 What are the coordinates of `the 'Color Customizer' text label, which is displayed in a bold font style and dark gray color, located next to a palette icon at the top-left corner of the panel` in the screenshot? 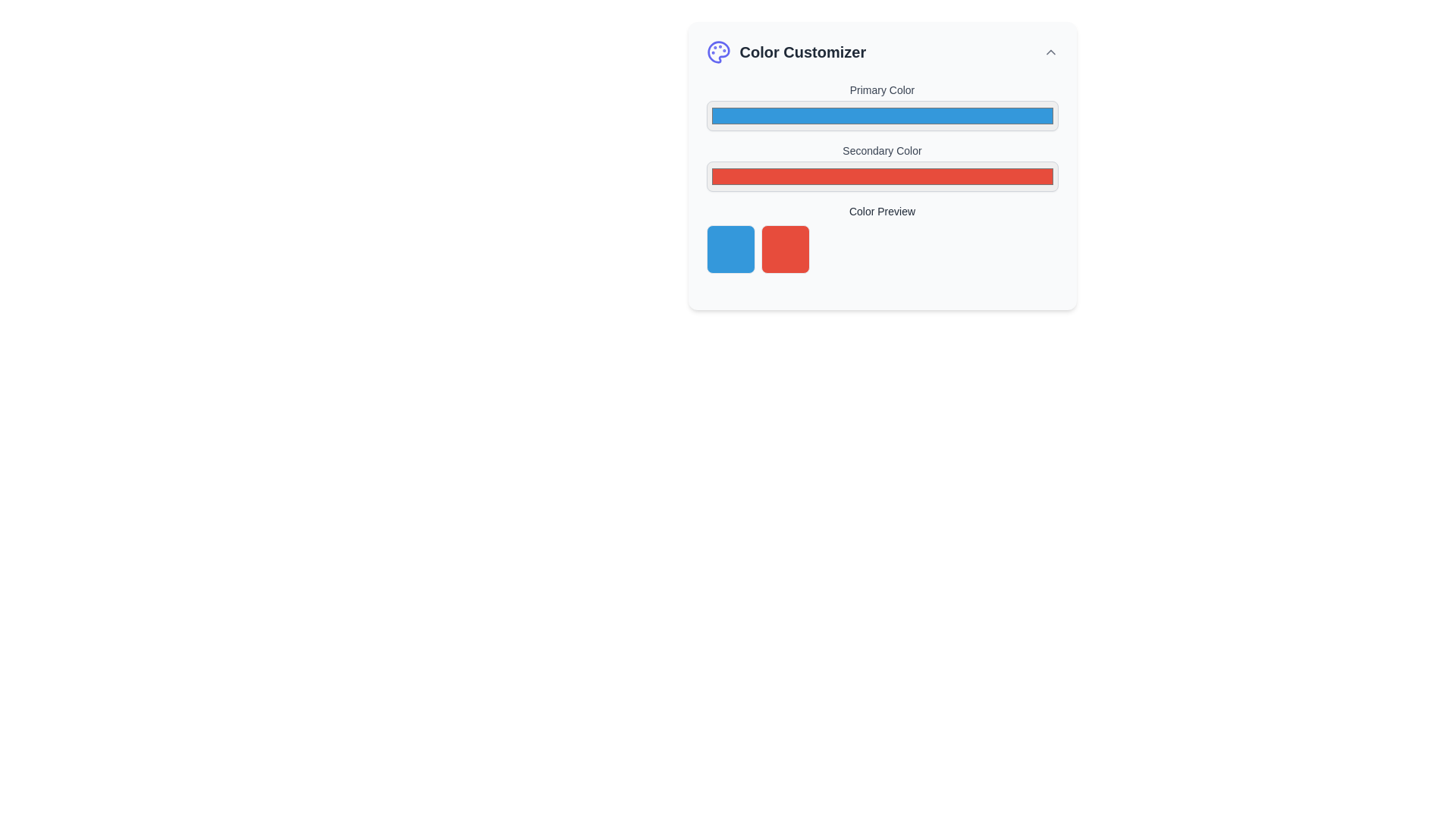 It's located at (802, 52).